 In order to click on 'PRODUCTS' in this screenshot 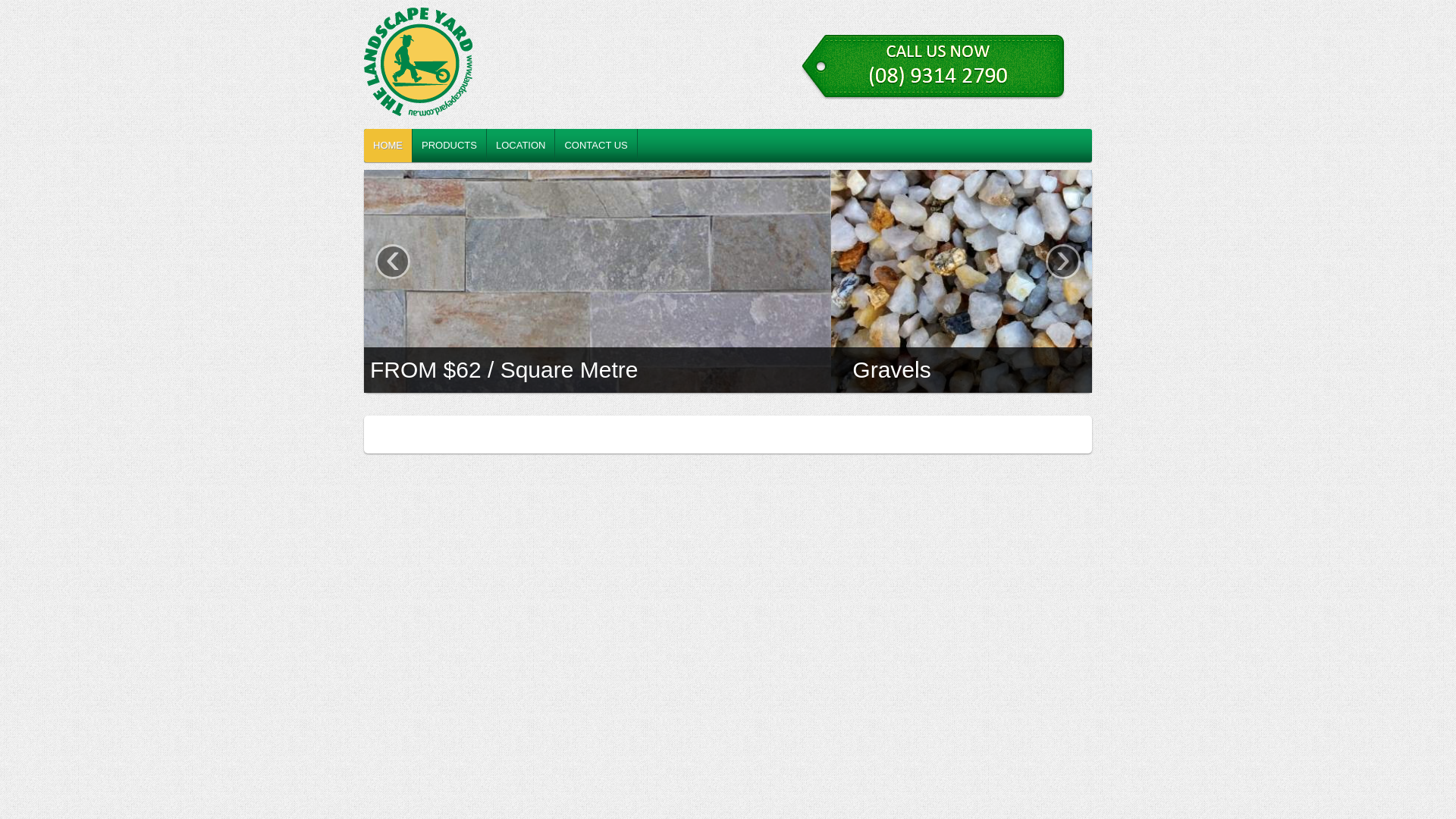, I will do `click(449, 146)`.